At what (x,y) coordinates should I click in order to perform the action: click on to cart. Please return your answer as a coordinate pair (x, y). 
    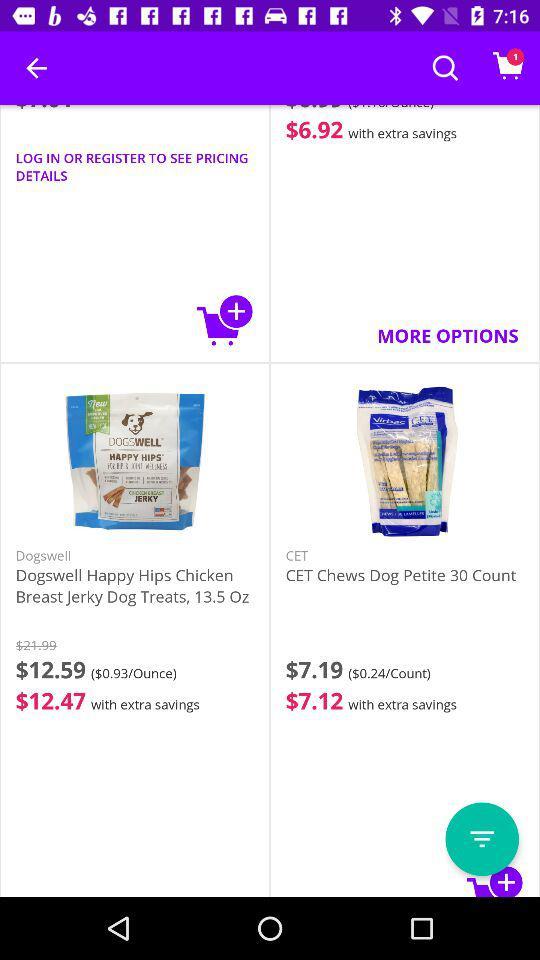
    Looking at the image, I should click on (224, 320).